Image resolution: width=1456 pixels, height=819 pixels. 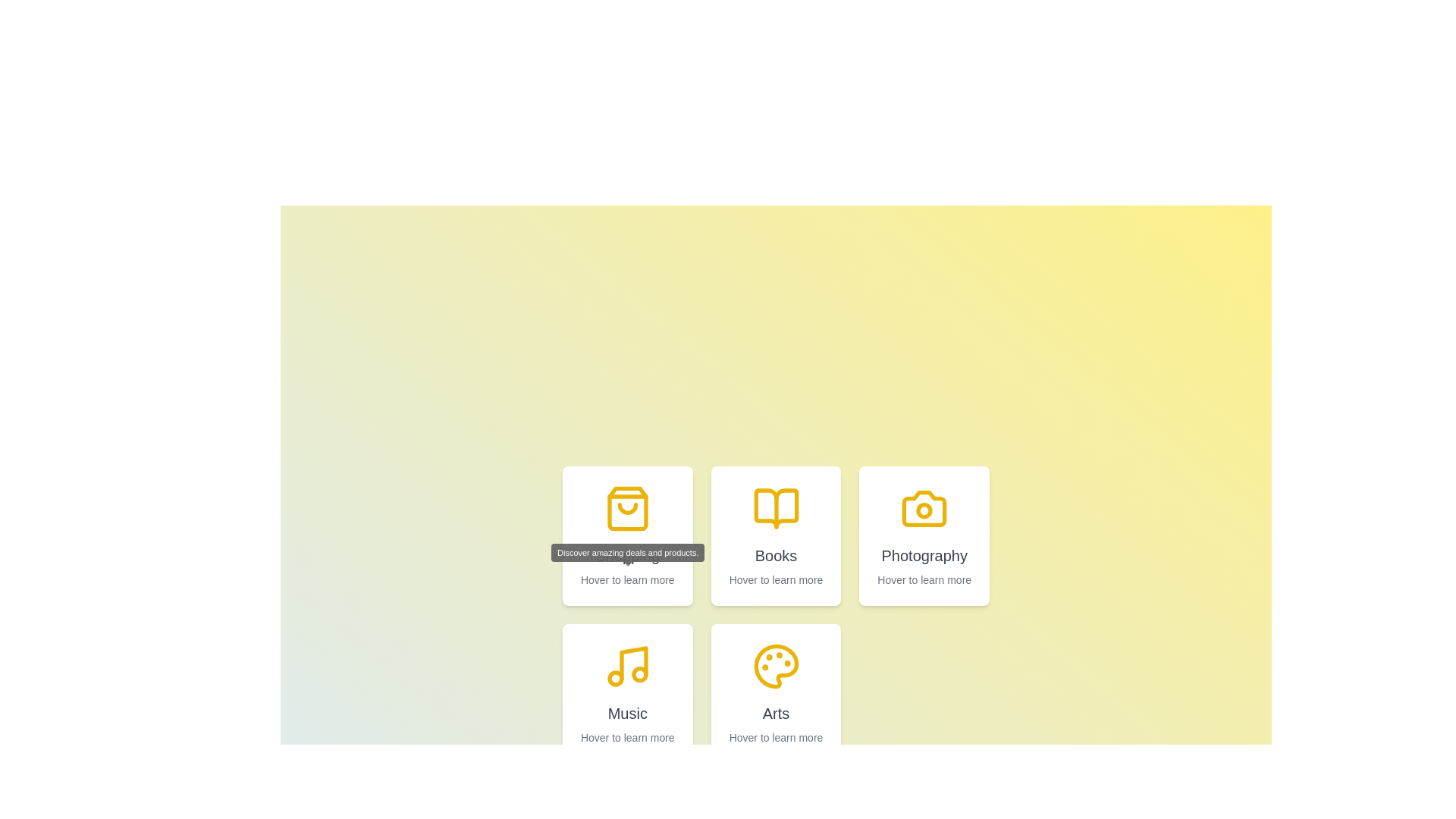 I want to click on the static text label 'Music' located at the bottom-center of its card in the grid layout, which serves as a title for the associated content, so click(x=627, y=714).